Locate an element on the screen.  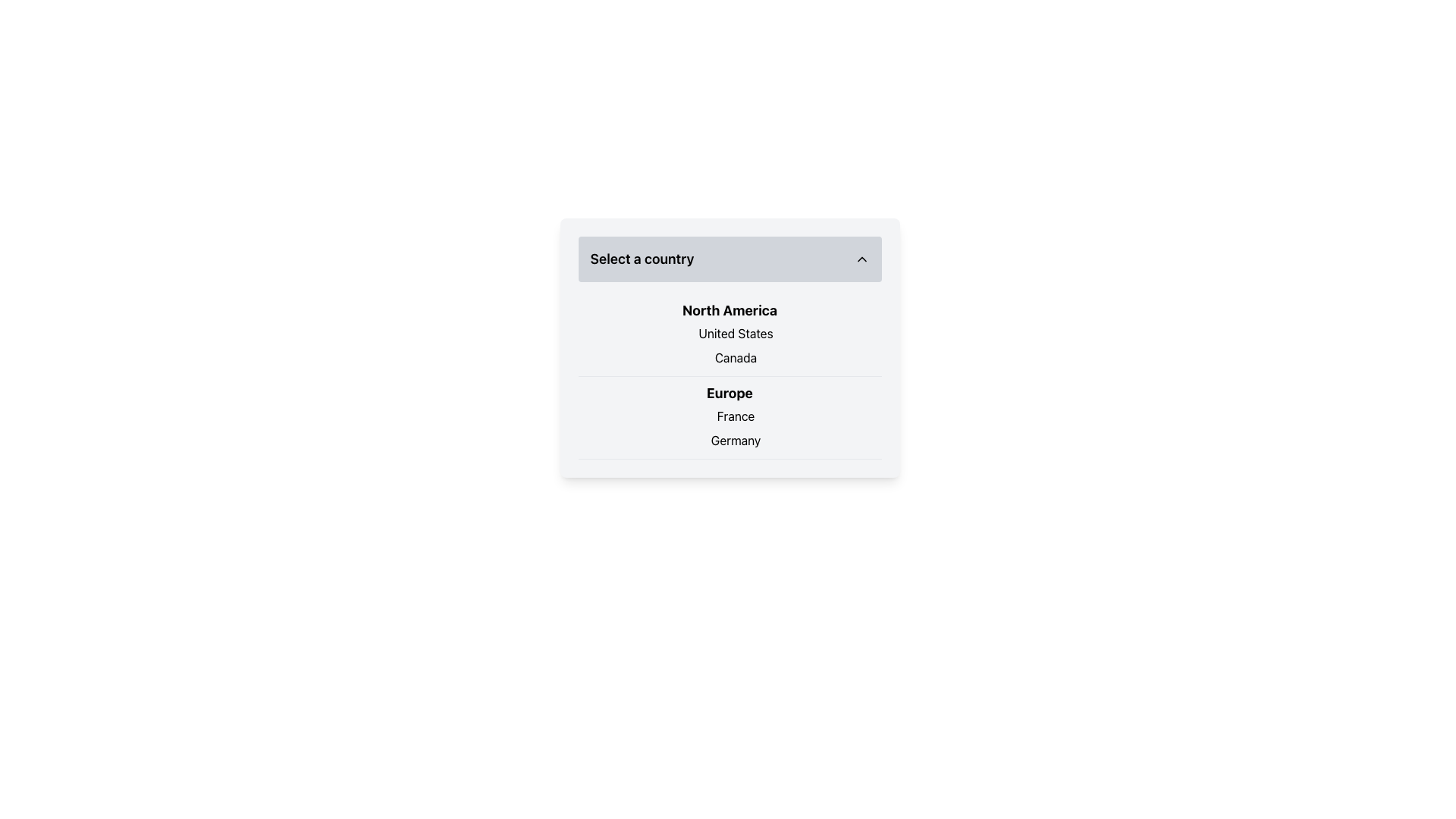
the upward pointing triangular arrow icon located at the far right of the 'Select a country' button is located at coordinates (861, 259).